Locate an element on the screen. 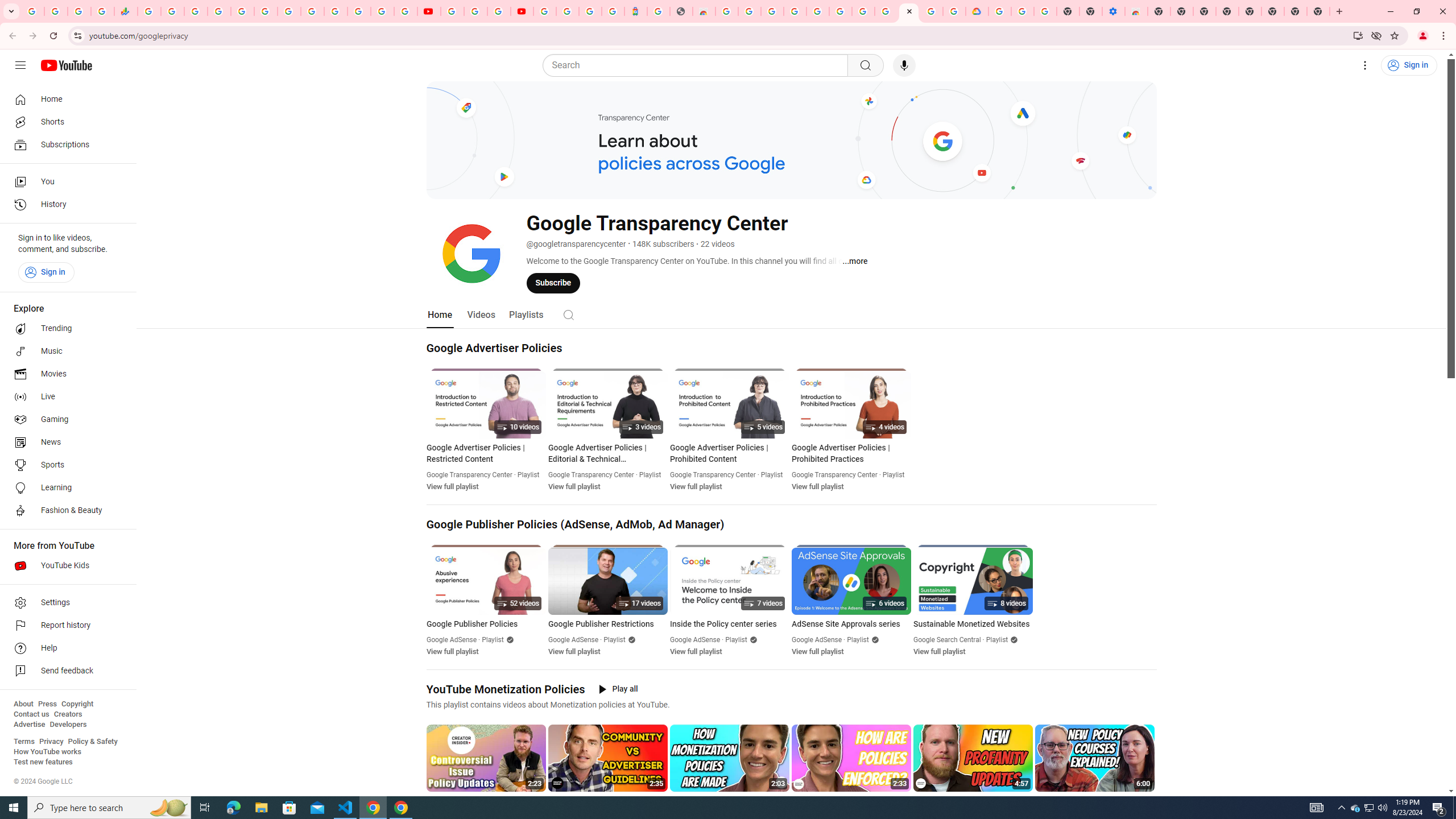 This screenshot has height=819, width=1456. 'YouTube Home' is located at coordinates (65, 65).